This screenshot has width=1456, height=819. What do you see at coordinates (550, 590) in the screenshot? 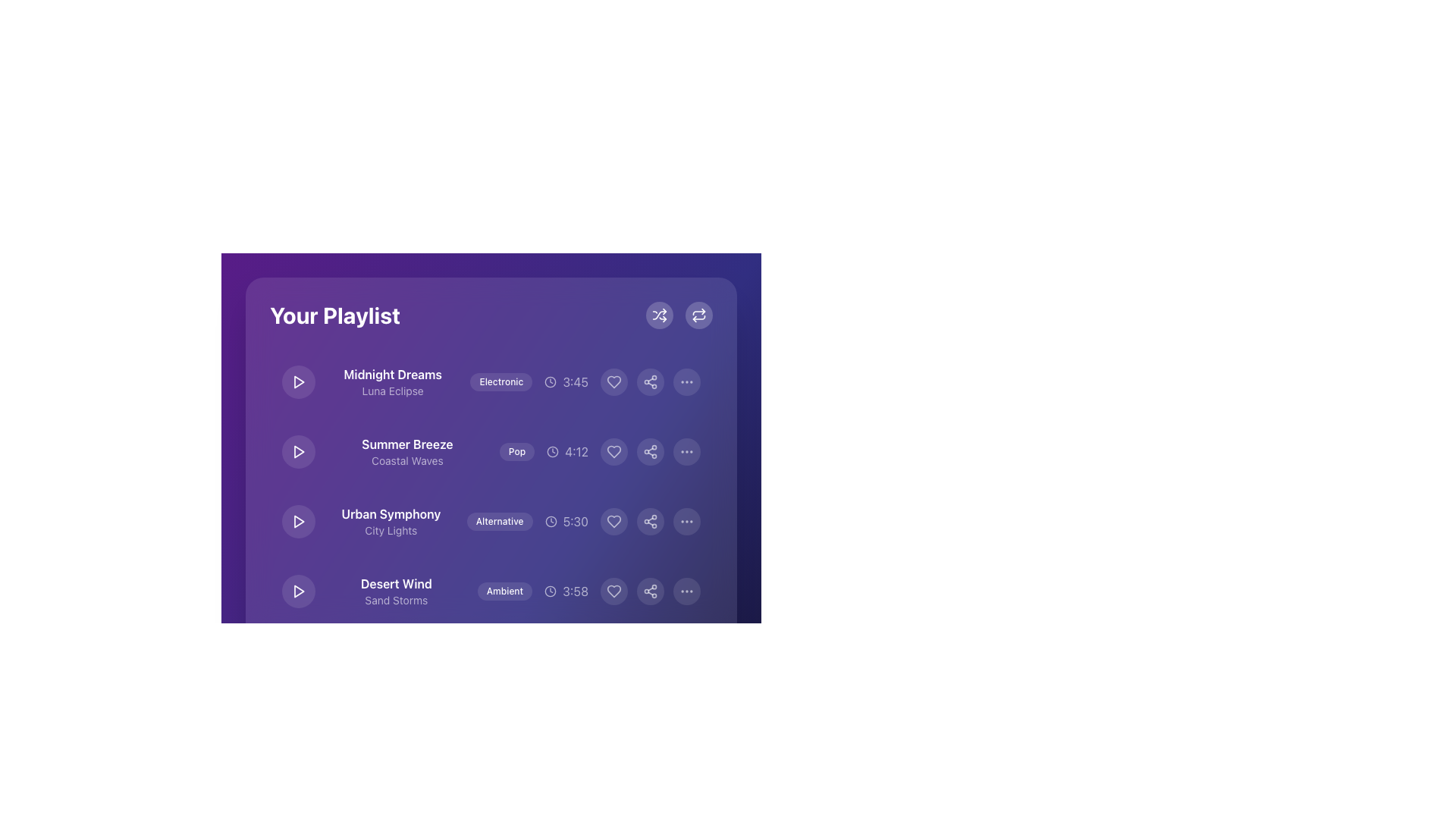
I see `the clock icon that indicates the duration ('3:58') for the 'Desert Wind' playlist item, located on the right side of its list entry` at bounding box center [550, 590].